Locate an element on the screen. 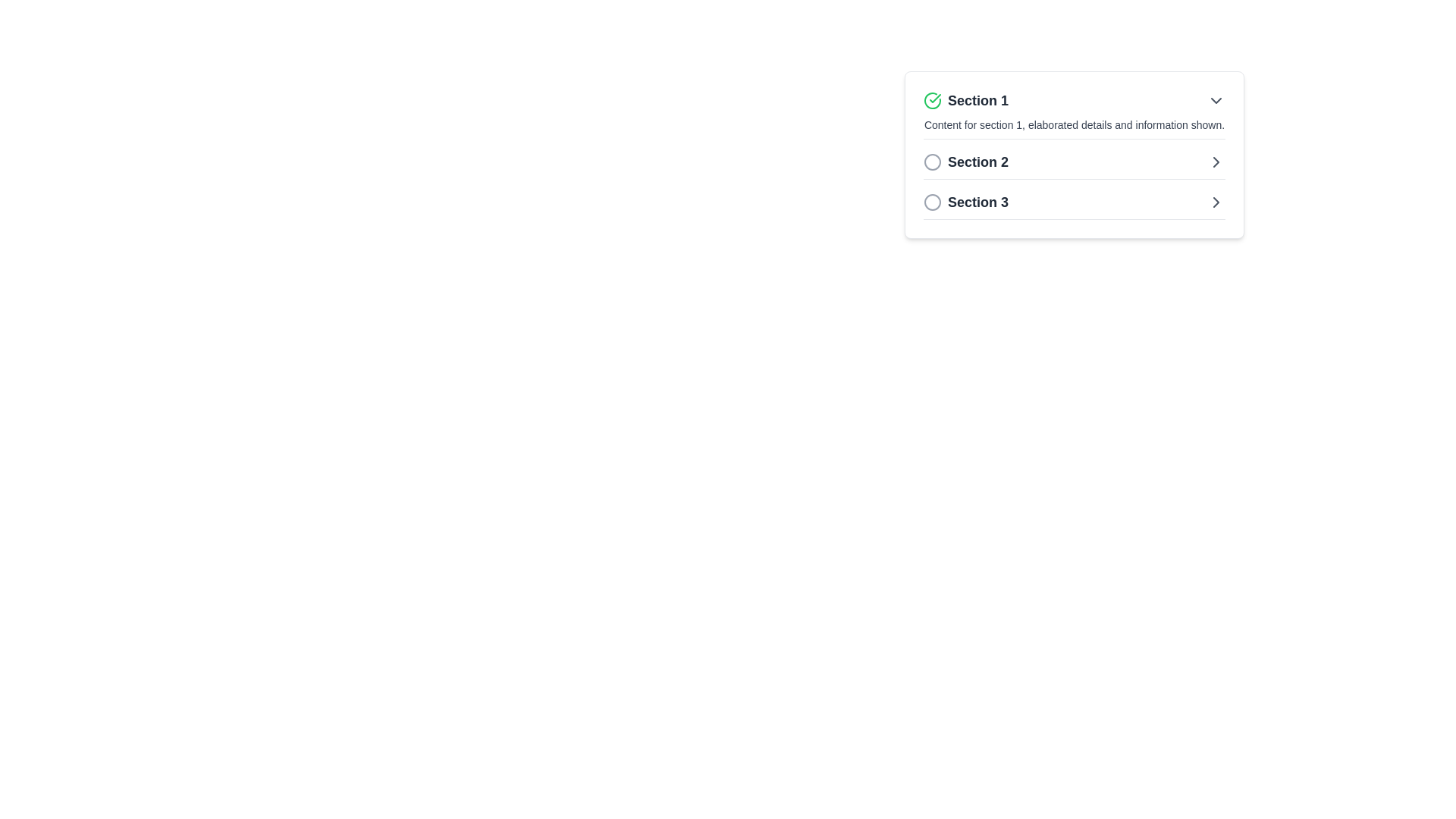 The height and width of the screenshot is (819, 1456). the visual indicator icon that denotes the active or selected state of 'Section 1', positioned at the top-left corner of the 'Section 1' header is located at coordinates (931, 99).